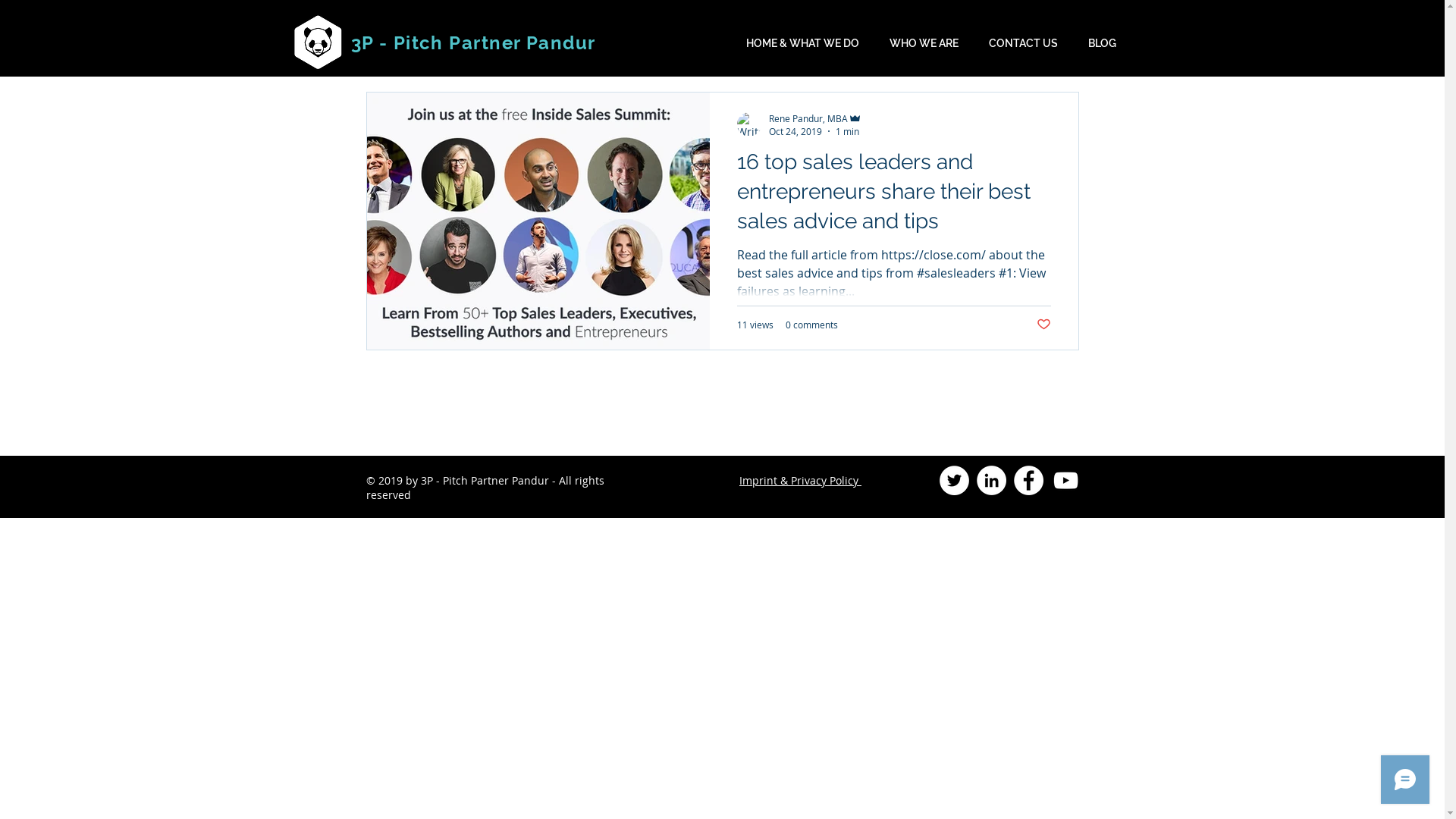 This screenshot has width=1456, height=819. Describe the element at coordinates (1042, 324) in the screenshot. I see `'Post not marked as liked'` at that location.